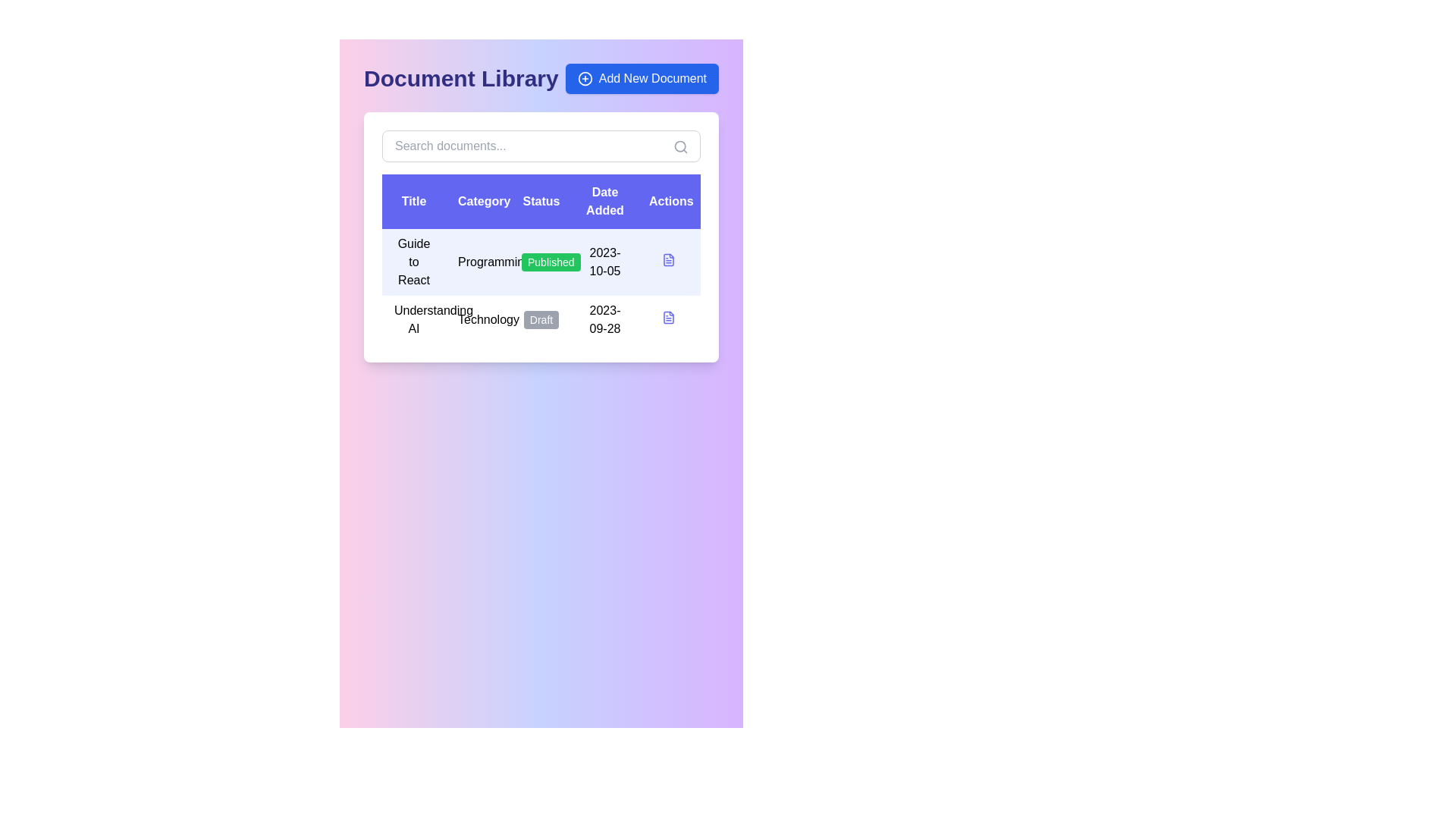 The image size is (1456, 819). What do you see at coordinates (668, 262) in the screenshot?
I see `the document icon with a light blue outline and white background, located in the 'Actions' column of the first row` at bounding box center [668, 262].